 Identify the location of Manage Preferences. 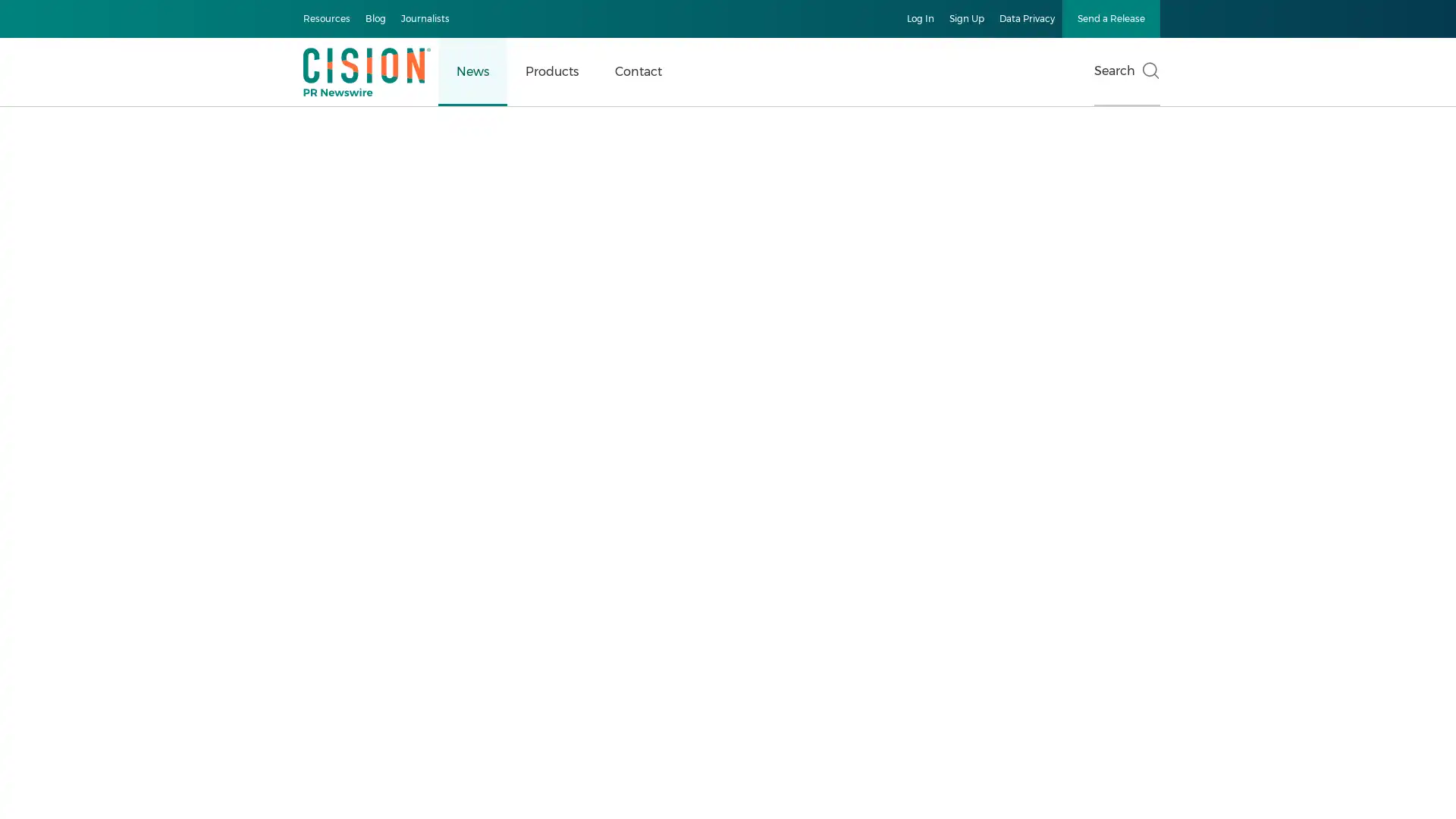
(666, 192).